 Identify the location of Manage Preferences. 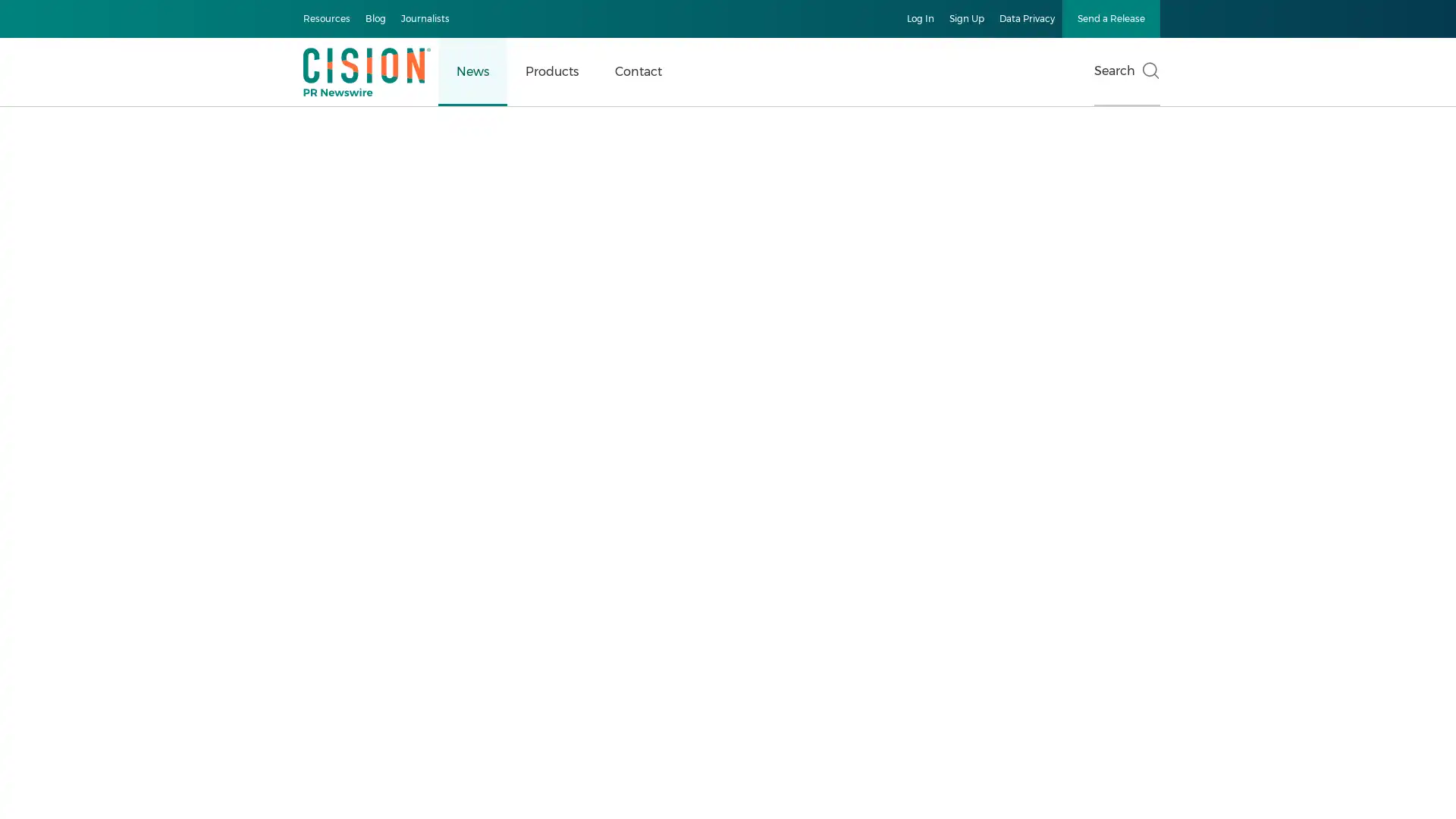
(666, 192).